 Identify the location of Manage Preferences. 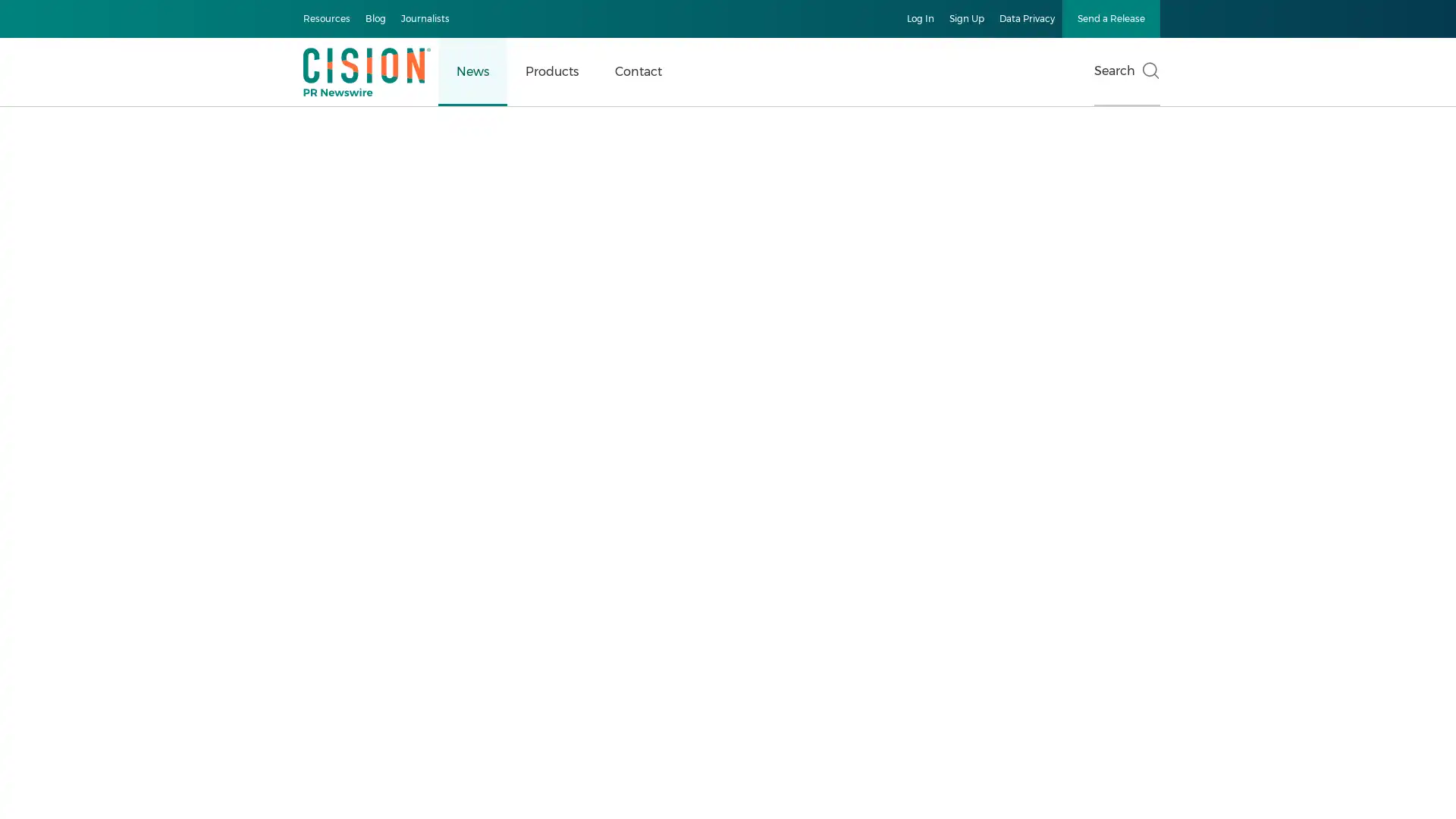
(666, 192).